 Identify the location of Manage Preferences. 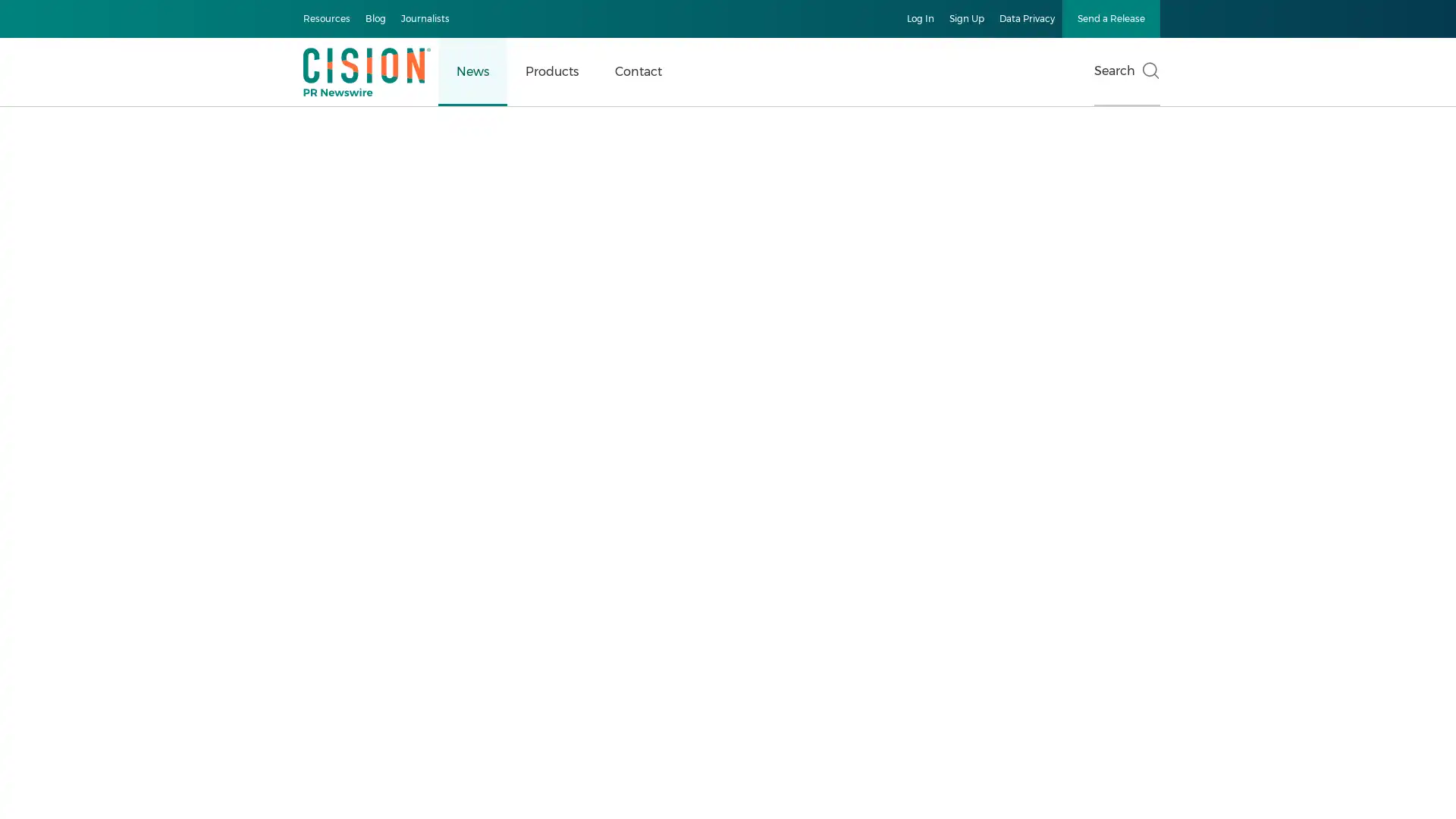
(666, 192).